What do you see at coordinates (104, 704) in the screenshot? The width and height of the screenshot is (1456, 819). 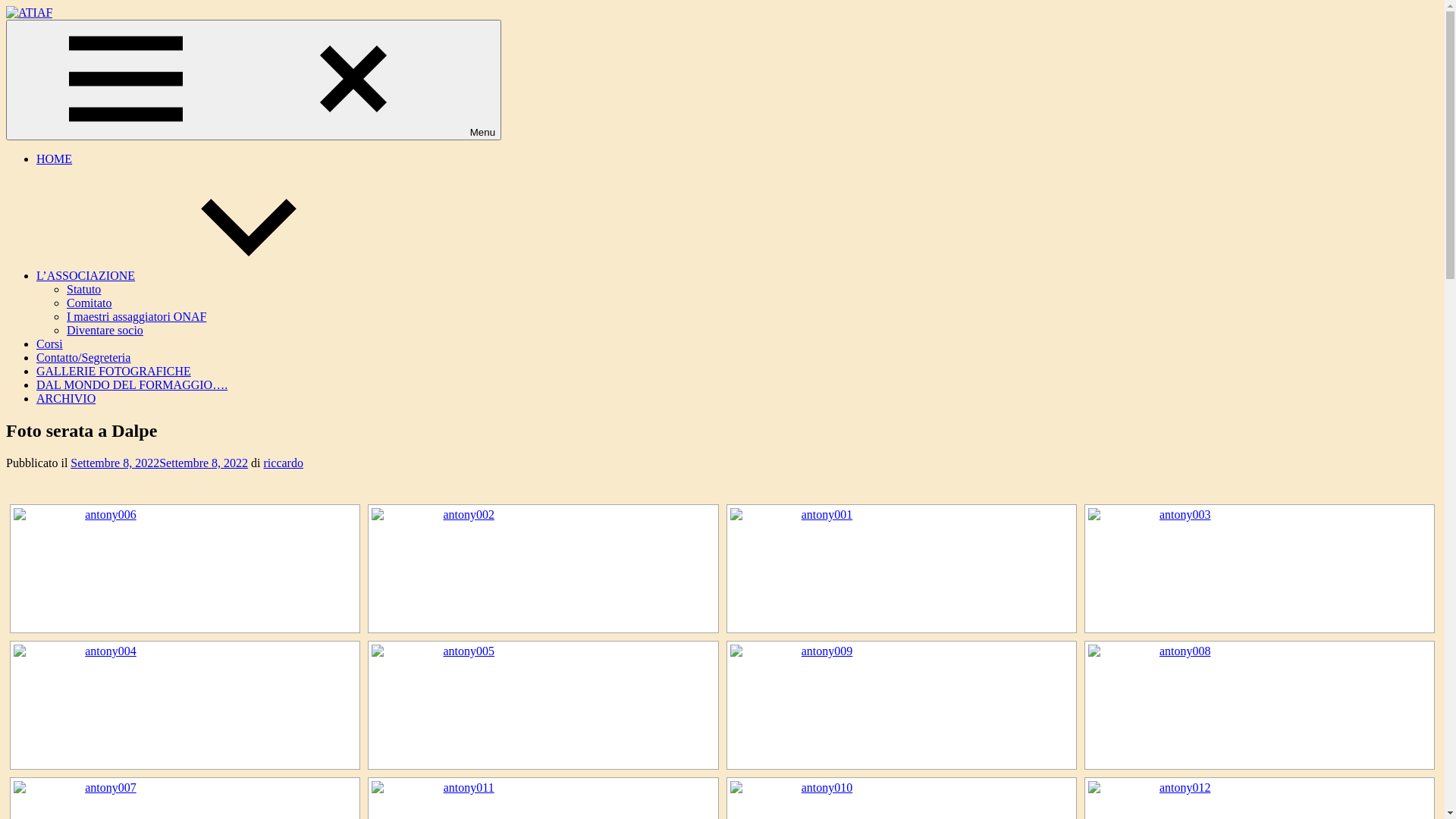 I see `'antony004'` at bounding box center [104, 704].